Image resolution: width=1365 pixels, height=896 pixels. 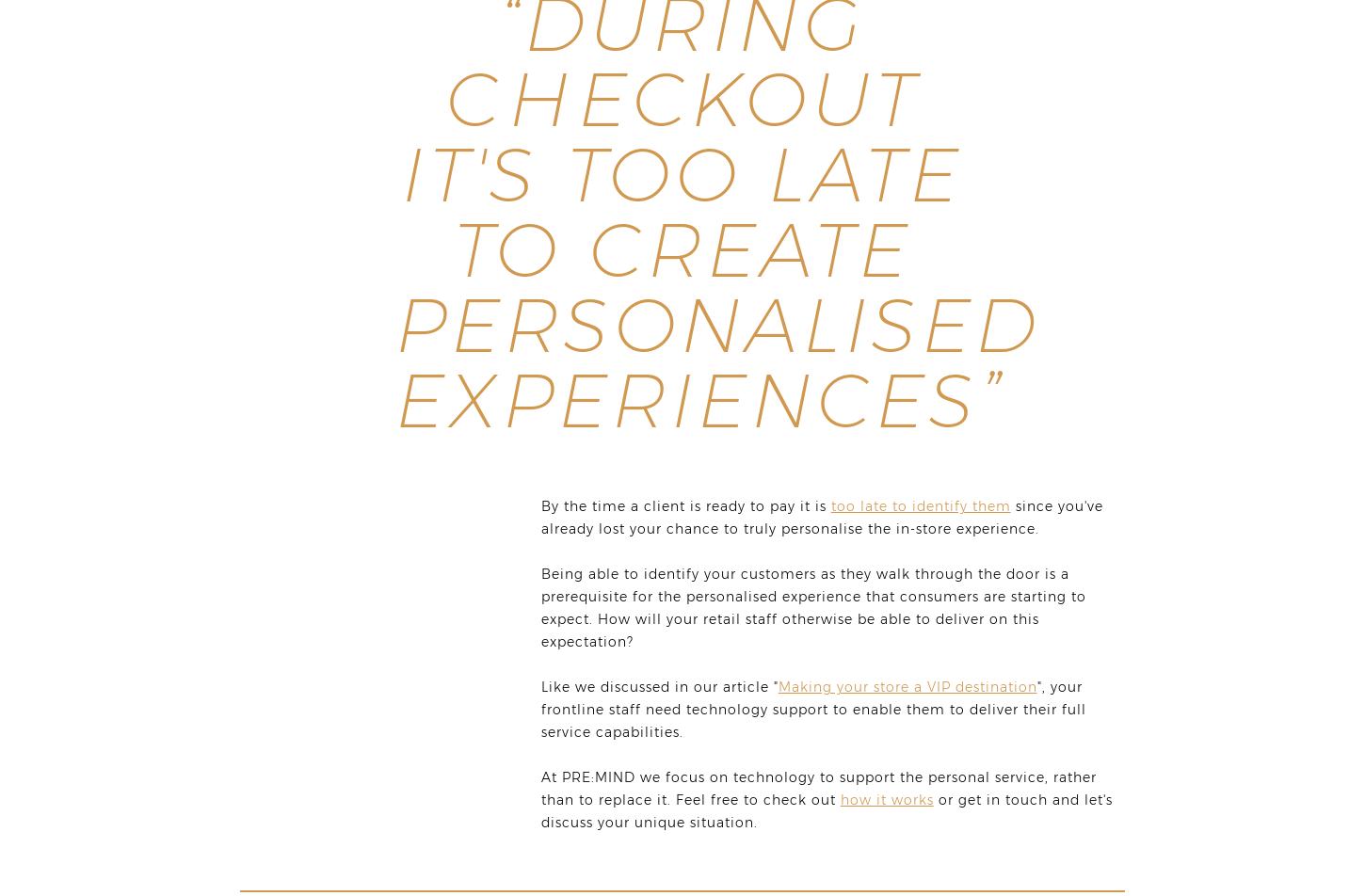 I want to click on 'since you've already lost your chance to truly personalise the in-store experience.', so click(x=541, y=517).